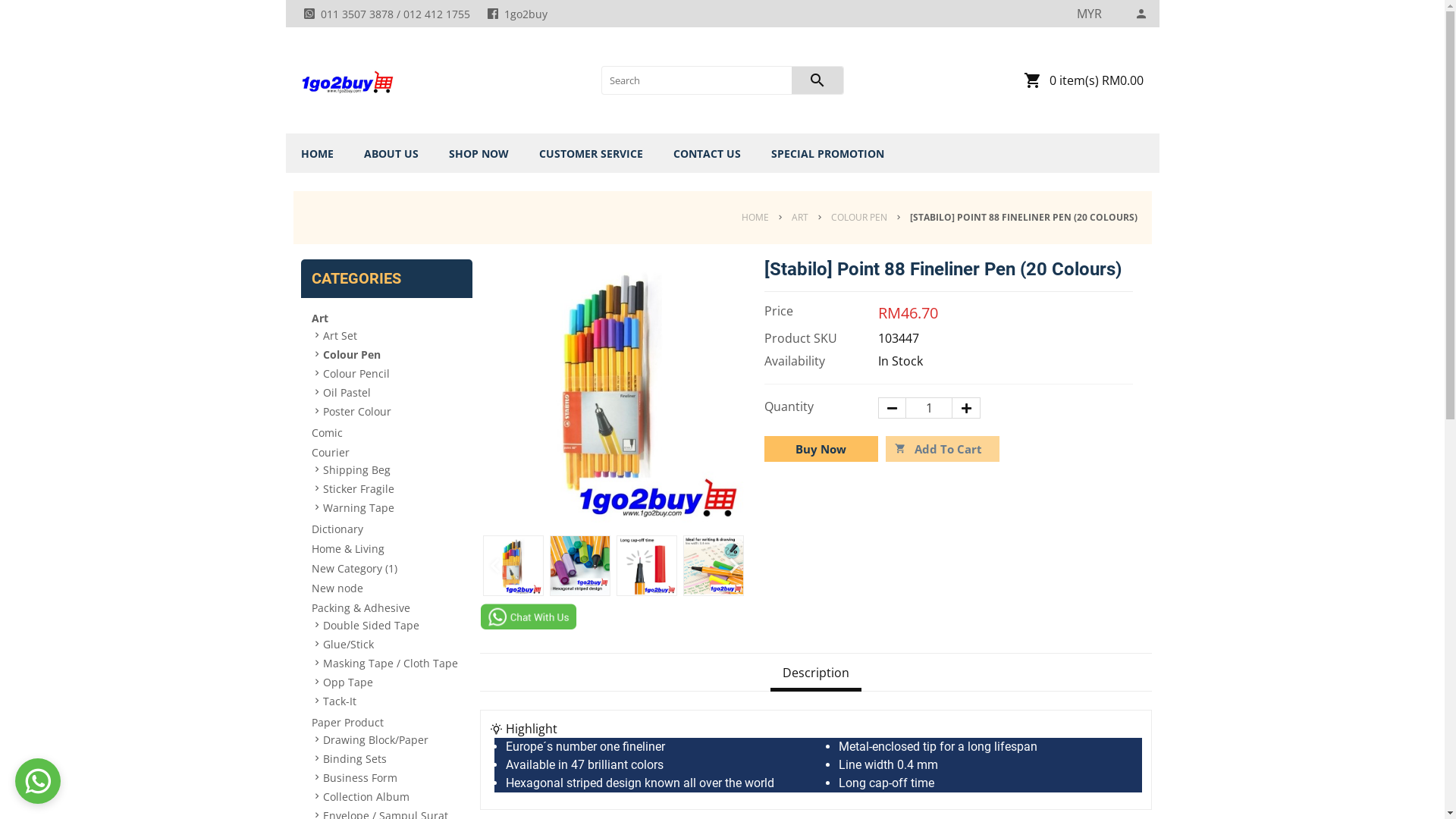  Describe the element at coordinates (392, 777) in the screenshot. I see `'Business Form'` at that location.